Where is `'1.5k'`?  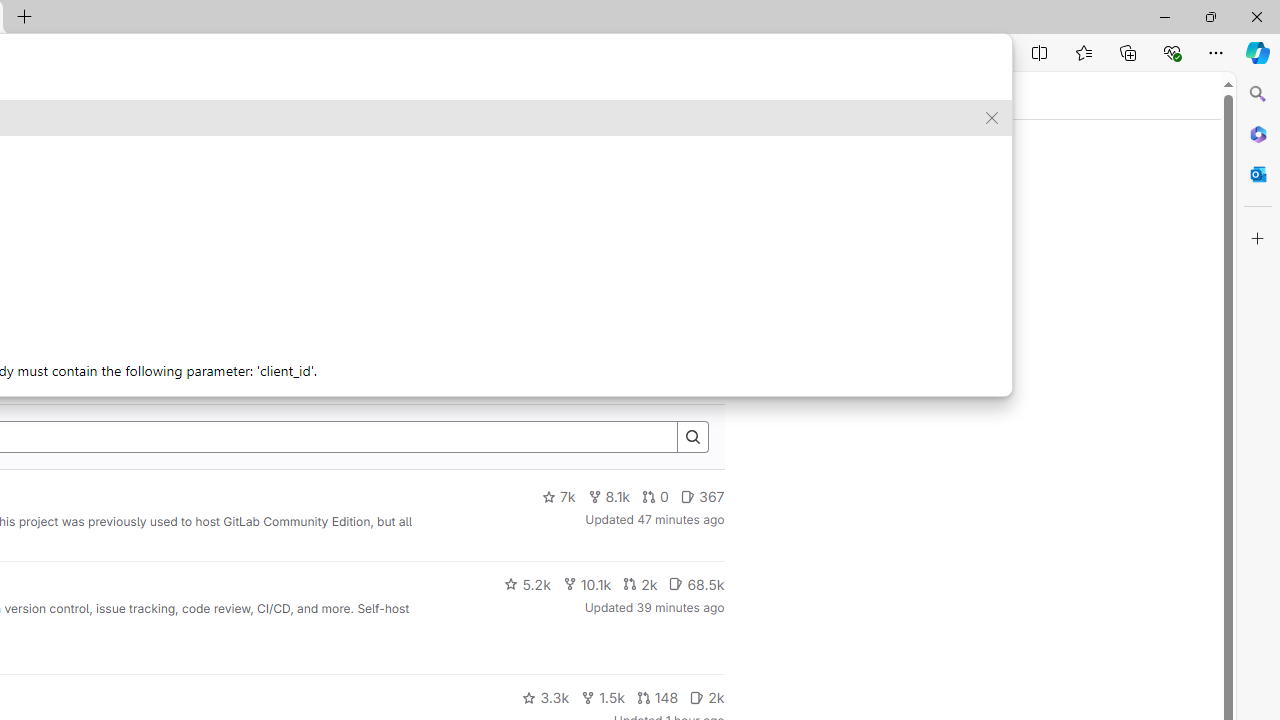 '1.5k' is located at coordinates (601, 697).